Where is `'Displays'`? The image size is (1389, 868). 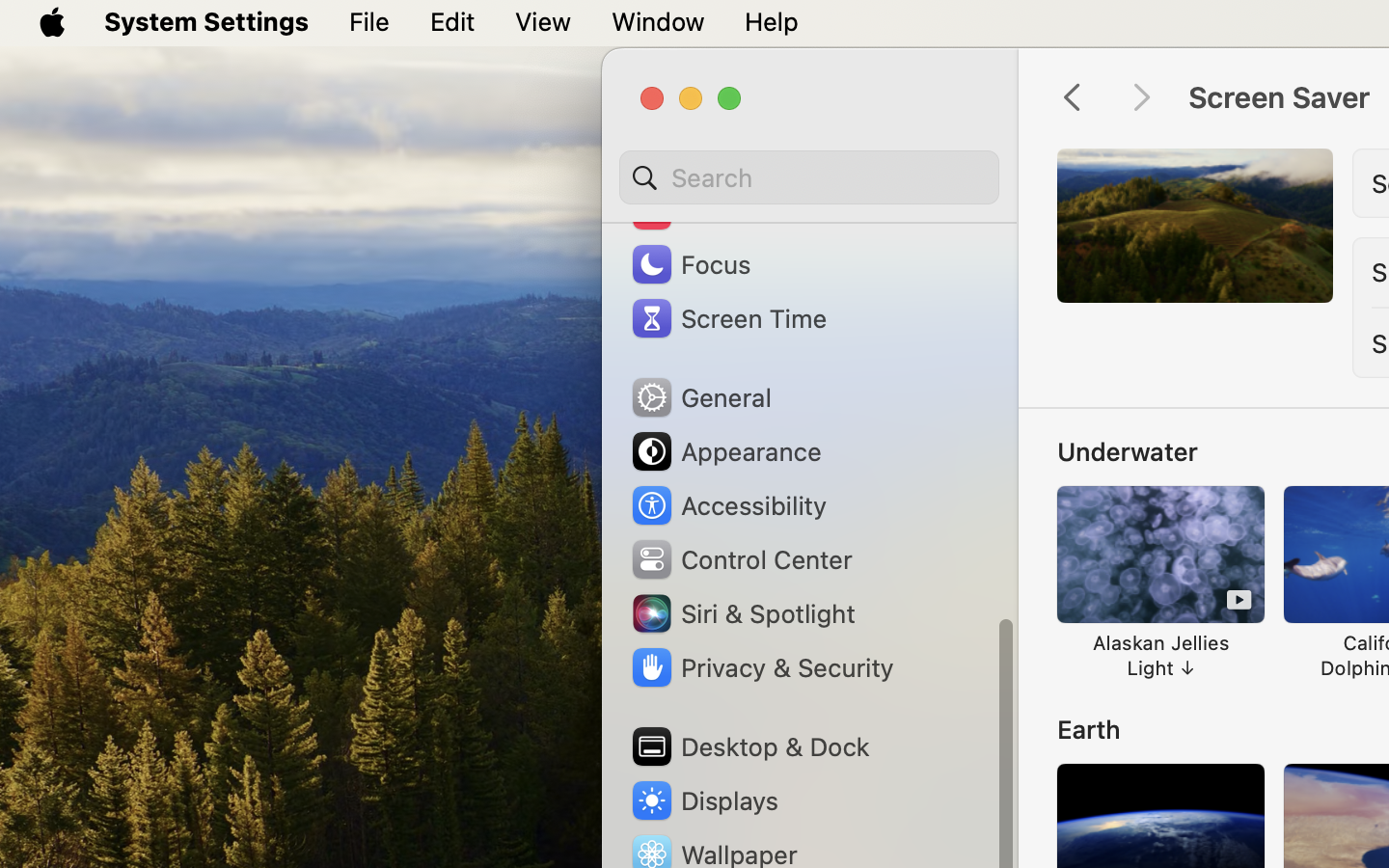 'Displays' is located at coordinates (702, 800).